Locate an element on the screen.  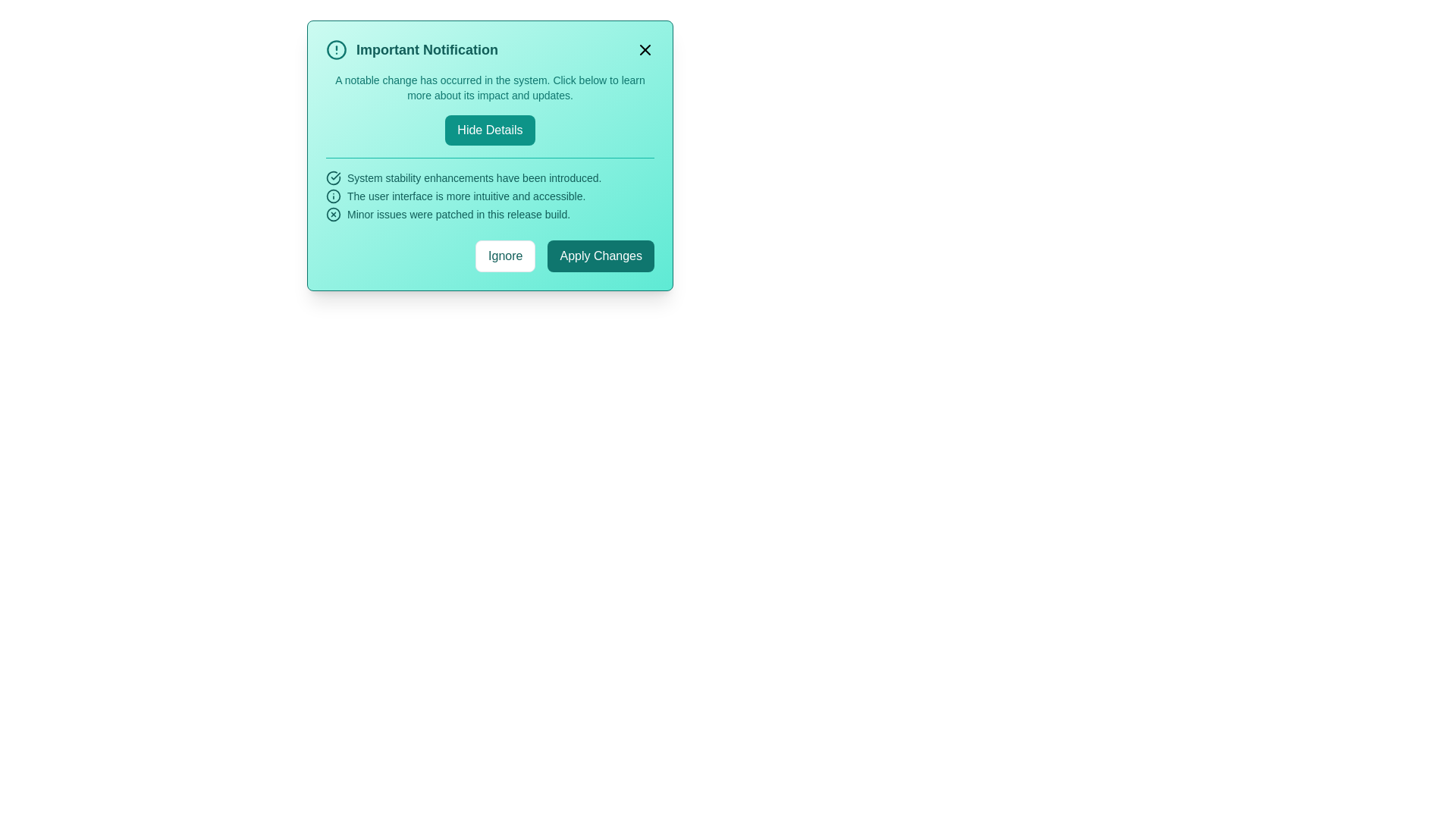
informational text block containing three messages with circular icons, located centrally in the 'Important Notification' modal, just below the 'Hide Details' button is located at coordinates (490, 189).